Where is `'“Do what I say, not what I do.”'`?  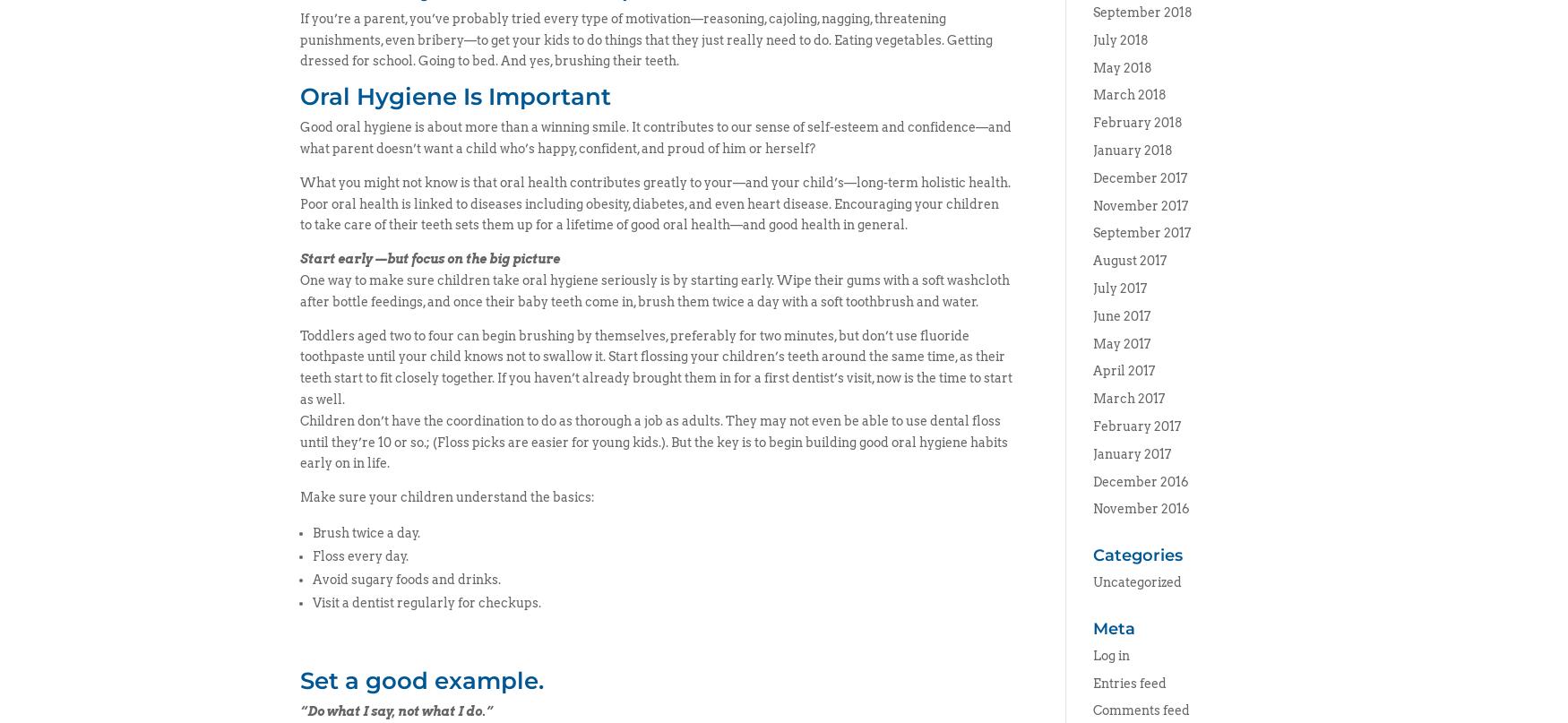
'“Do what I say, not what I do.”' is located at coordinates (396, 710).